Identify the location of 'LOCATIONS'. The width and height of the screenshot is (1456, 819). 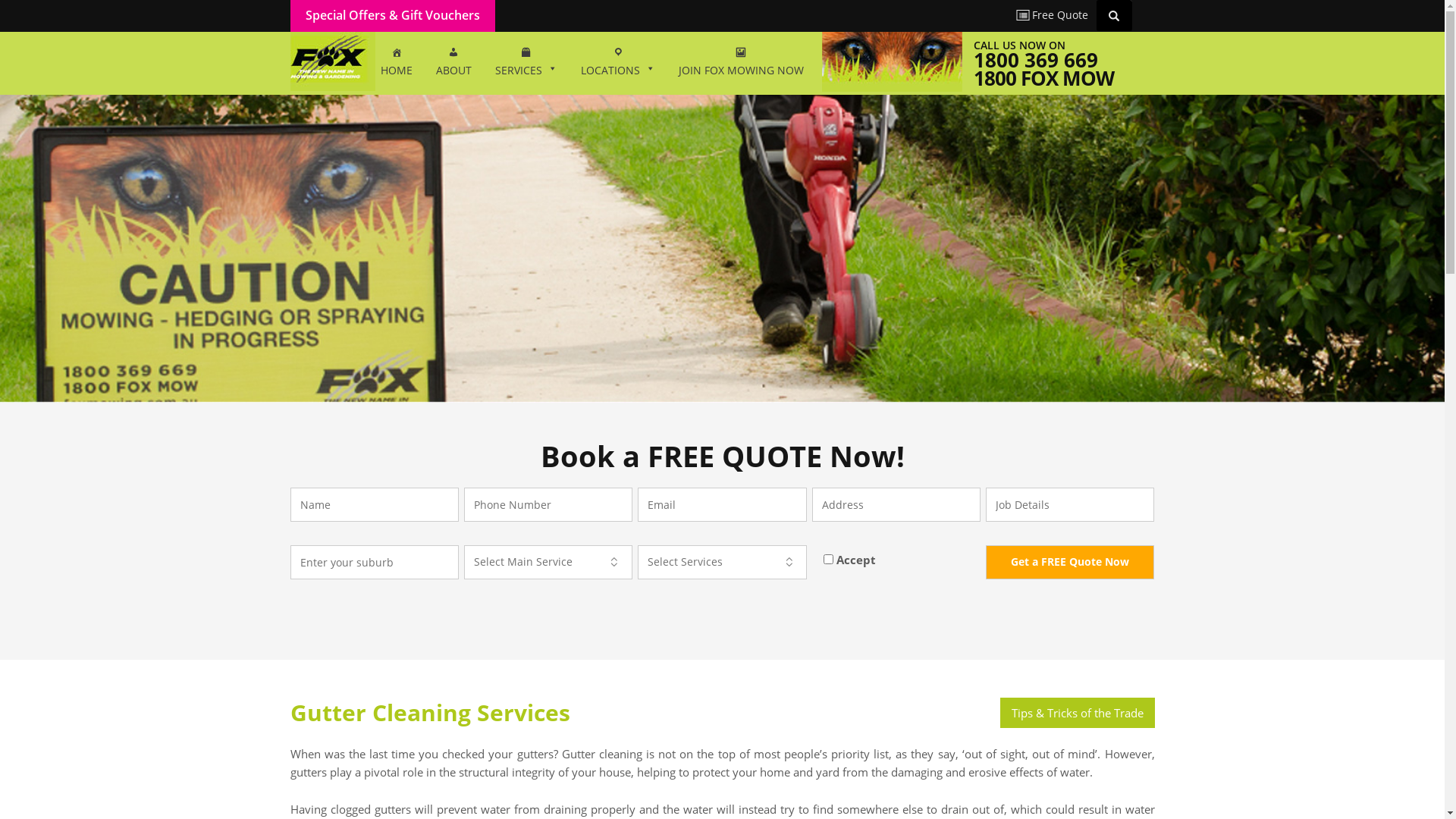
(617, 62).